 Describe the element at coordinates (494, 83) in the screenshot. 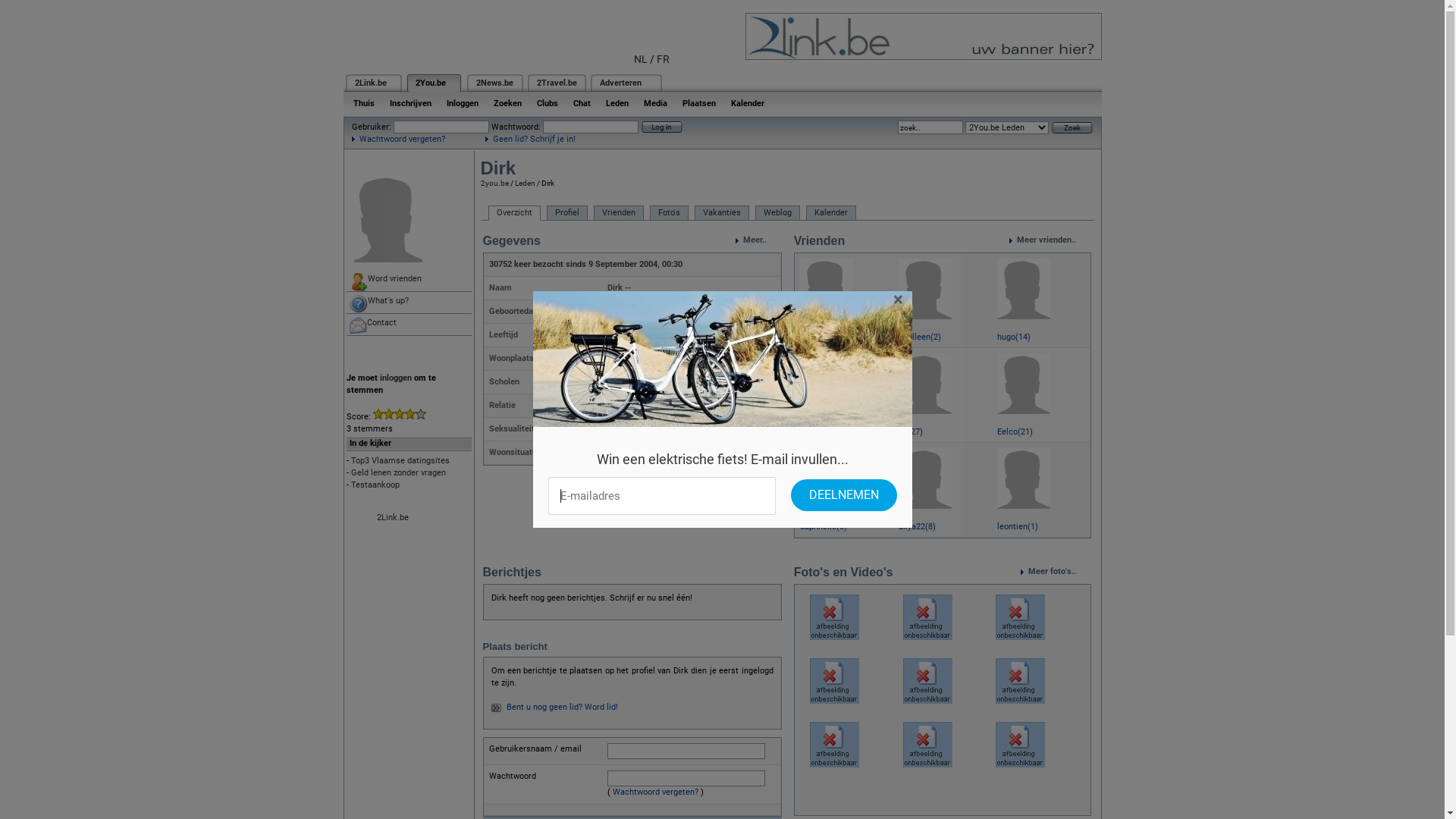

I see `'2News.be'` at that location.